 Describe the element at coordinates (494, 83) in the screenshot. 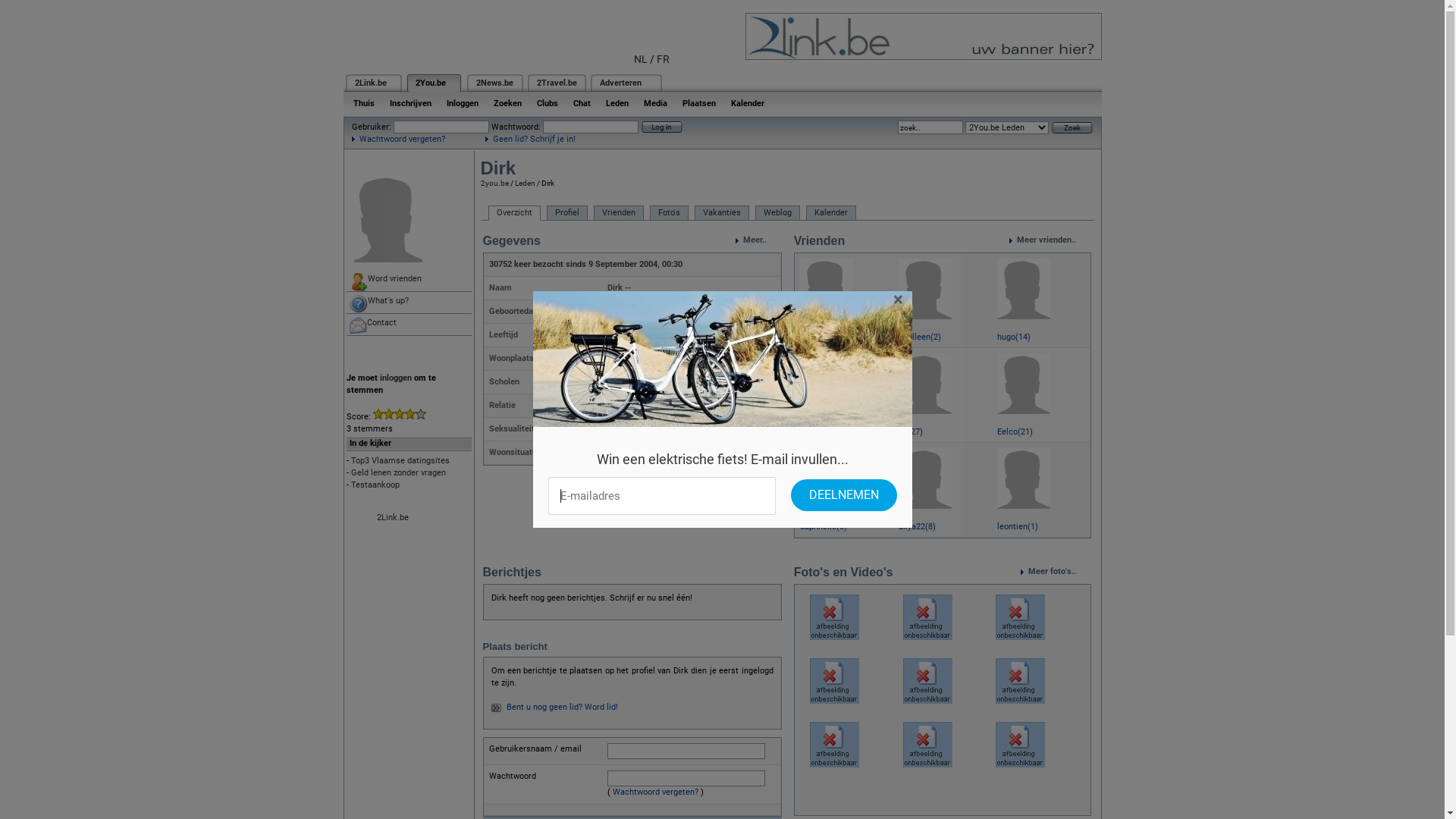

I see `'2News.be'` at that location.